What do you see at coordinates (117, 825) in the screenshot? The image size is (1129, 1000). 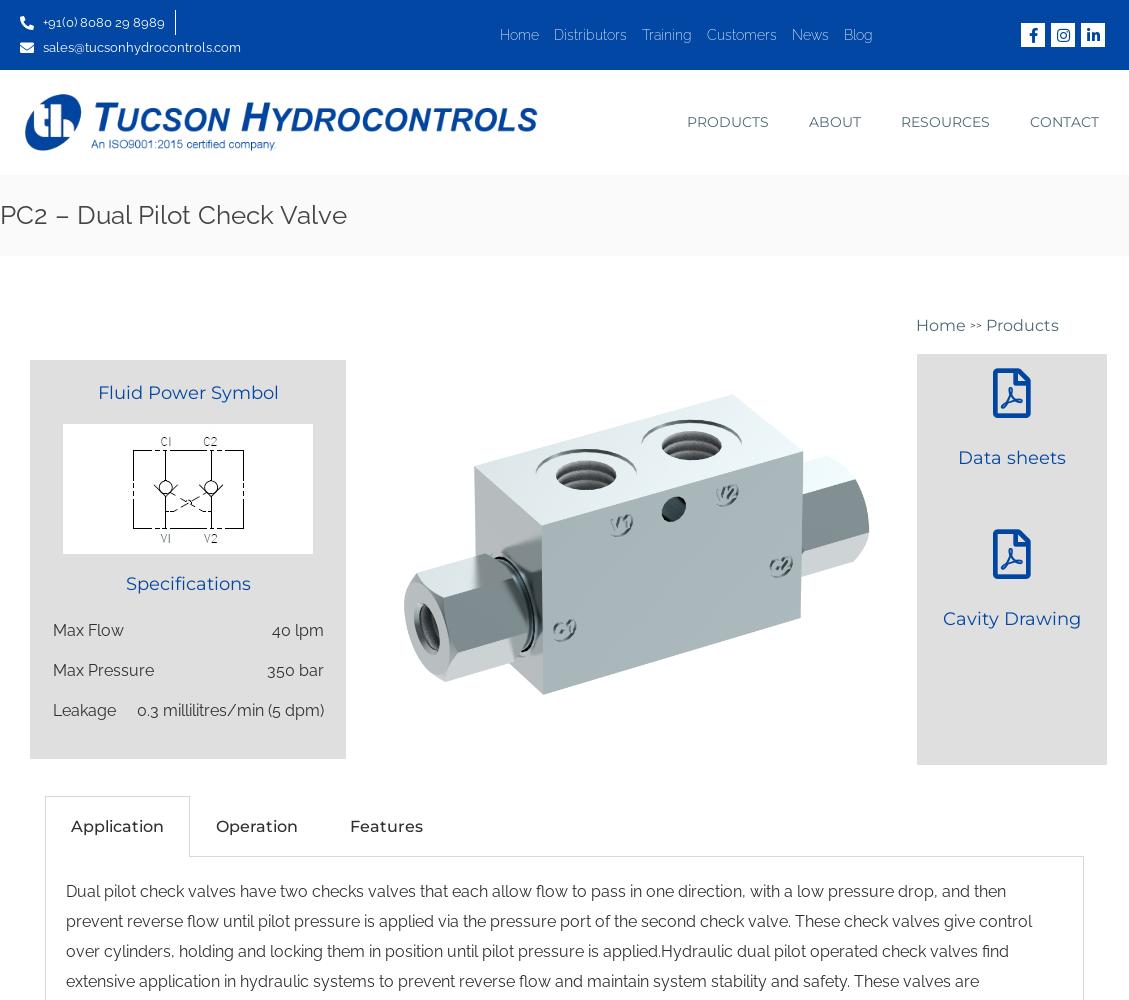 I see `'Application'` at bounding box center [117, 825].